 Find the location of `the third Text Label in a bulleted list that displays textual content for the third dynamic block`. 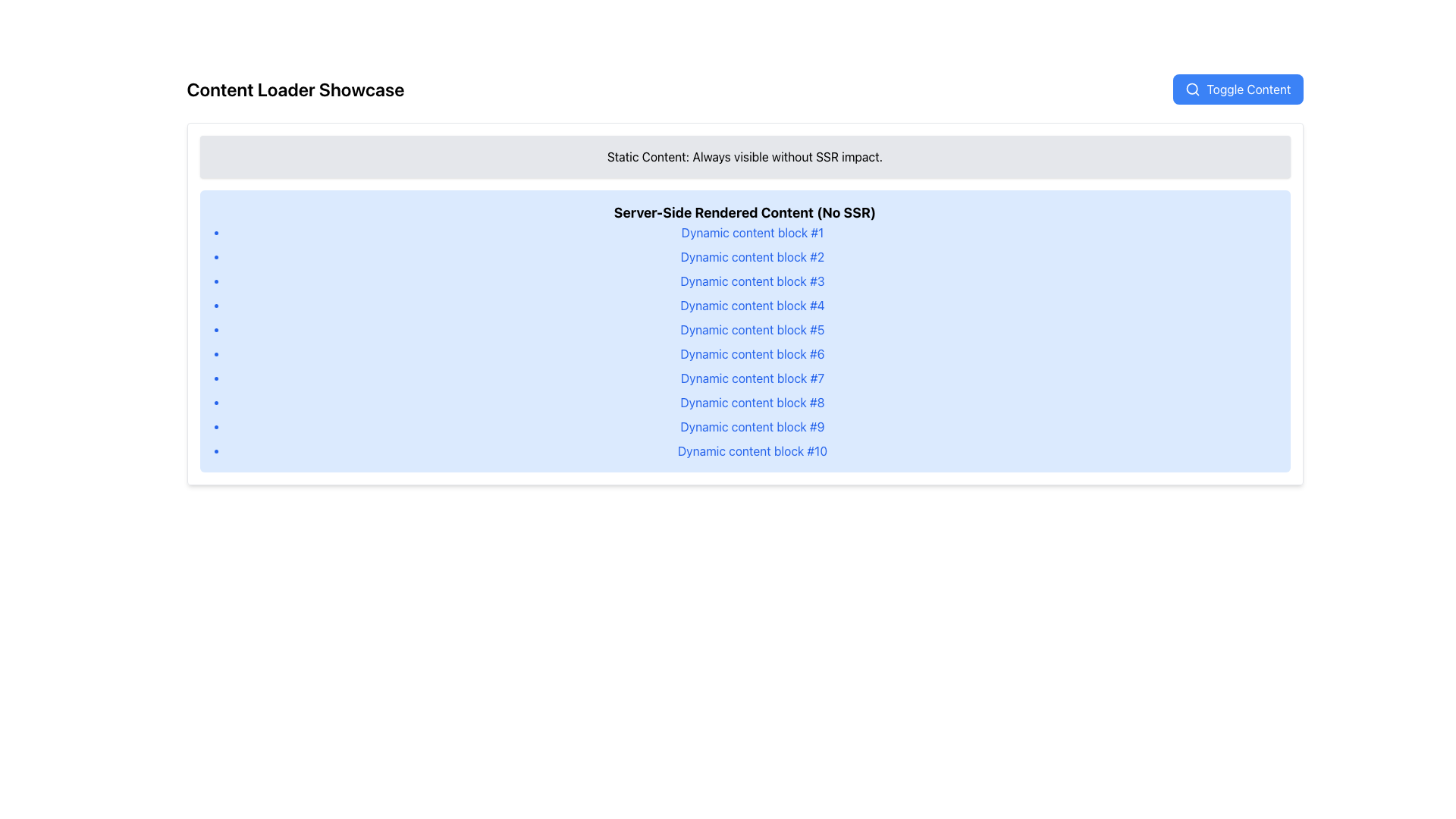

the third Text Label in a bulleted list that displays textual content for the third dynamic block is located at coordinates (752, 281).